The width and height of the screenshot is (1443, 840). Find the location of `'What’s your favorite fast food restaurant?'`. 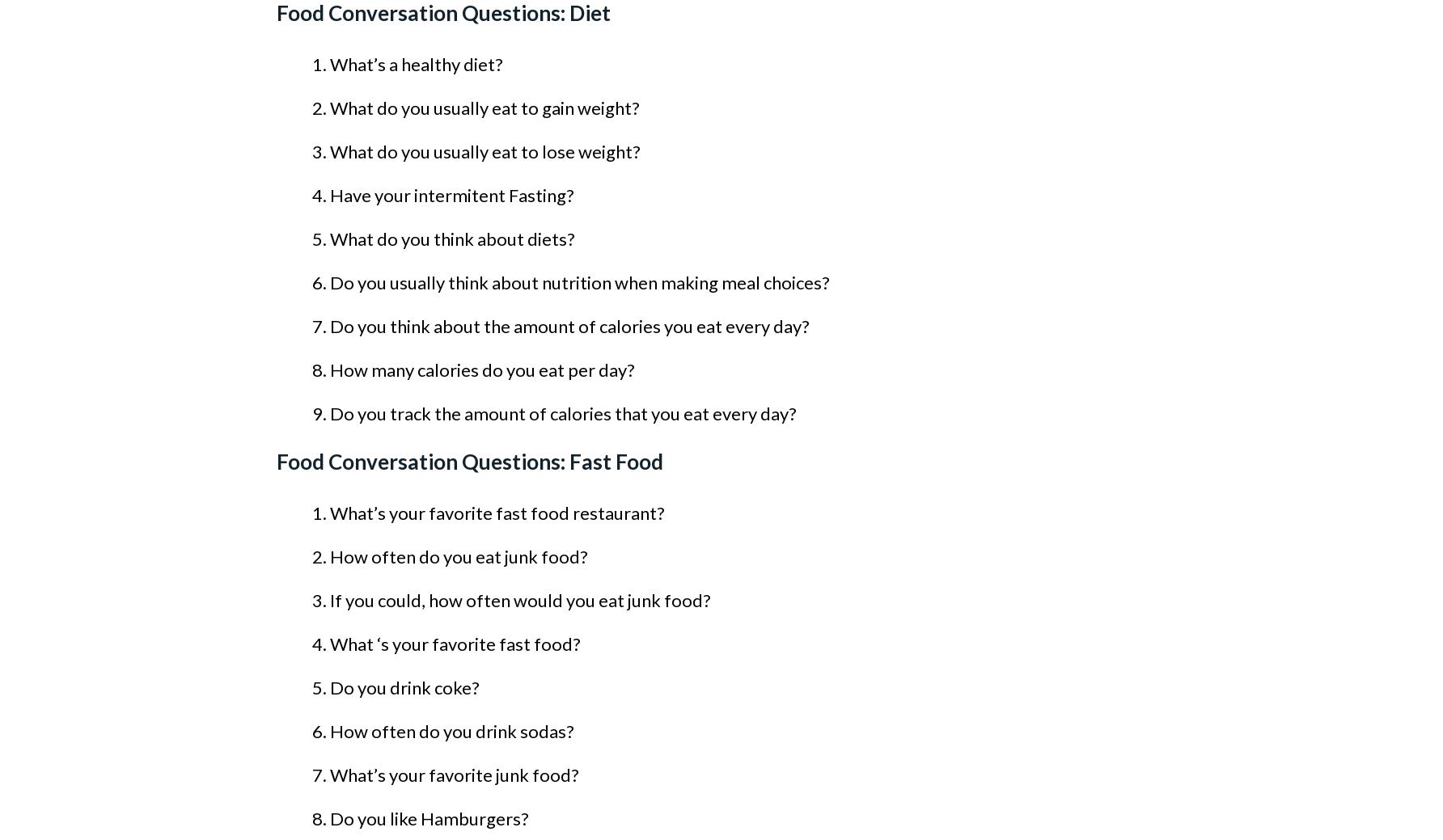

'What’s your favorite fast food restaurant?' is located at coordinates (496, 513).